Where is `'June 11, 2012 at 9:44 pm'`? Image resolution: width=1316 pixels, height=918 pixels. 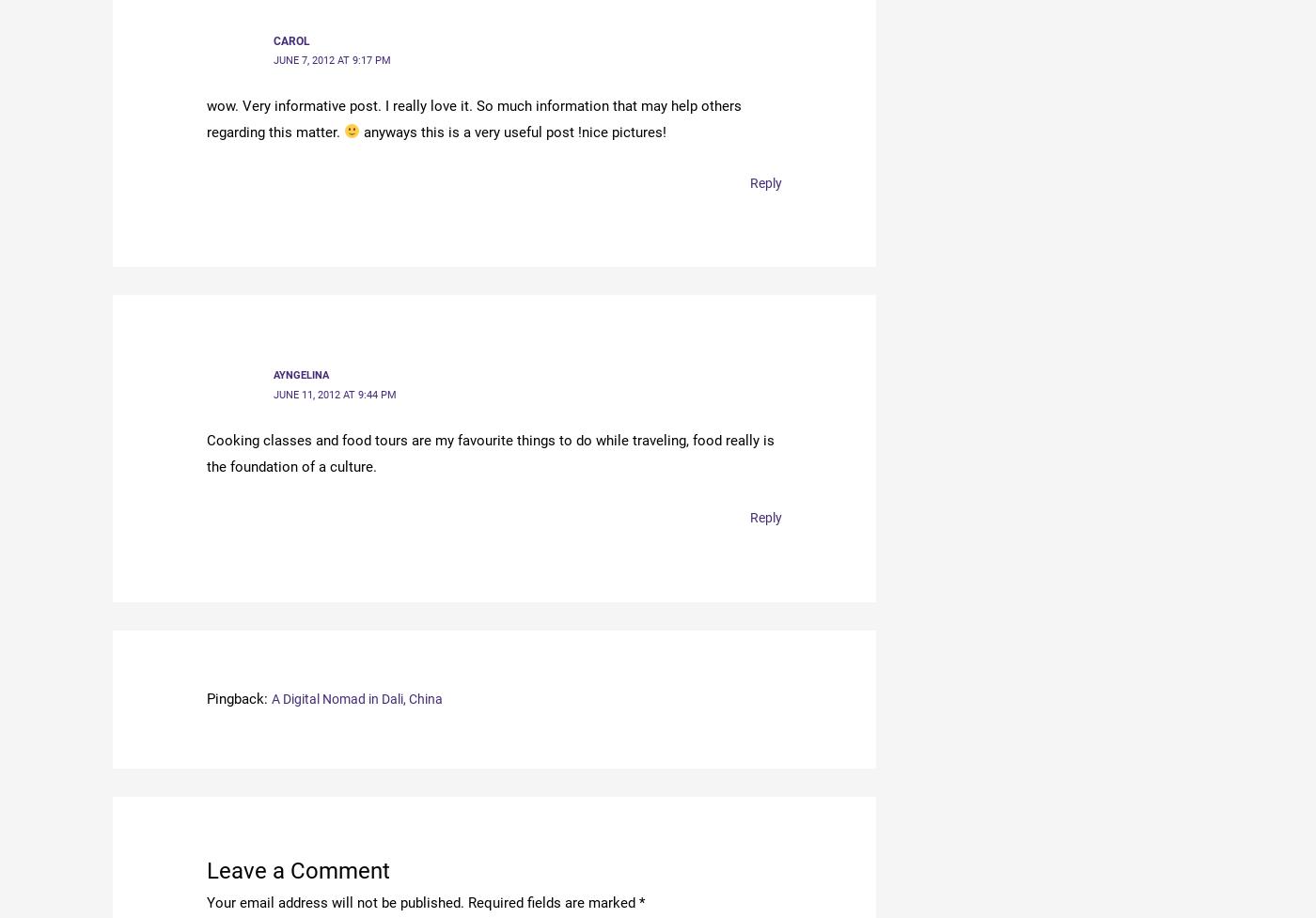
'June 11, 2012 at 9:44 pm' is located at coordinates (341, 392).